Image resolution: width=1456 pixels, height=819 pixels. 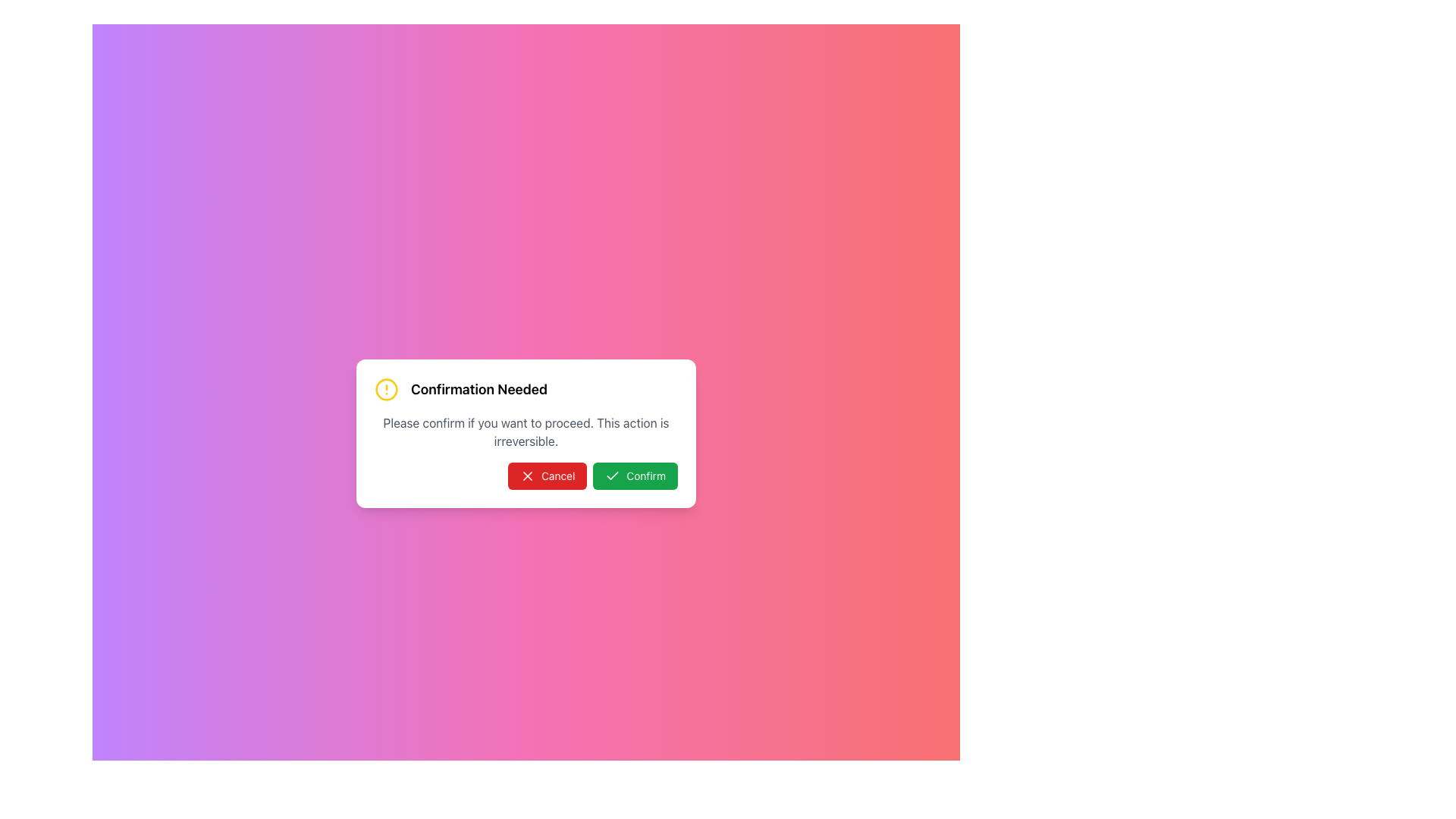 What do you see at coordinates (526, 432) in the screenshot?
I see `the warning or confirmation prompt text label located in the middle portion of the 'Confirmation Needed' dialog box, which is styled in gray and positioned below the main heading` at bounding box center [526, 432].